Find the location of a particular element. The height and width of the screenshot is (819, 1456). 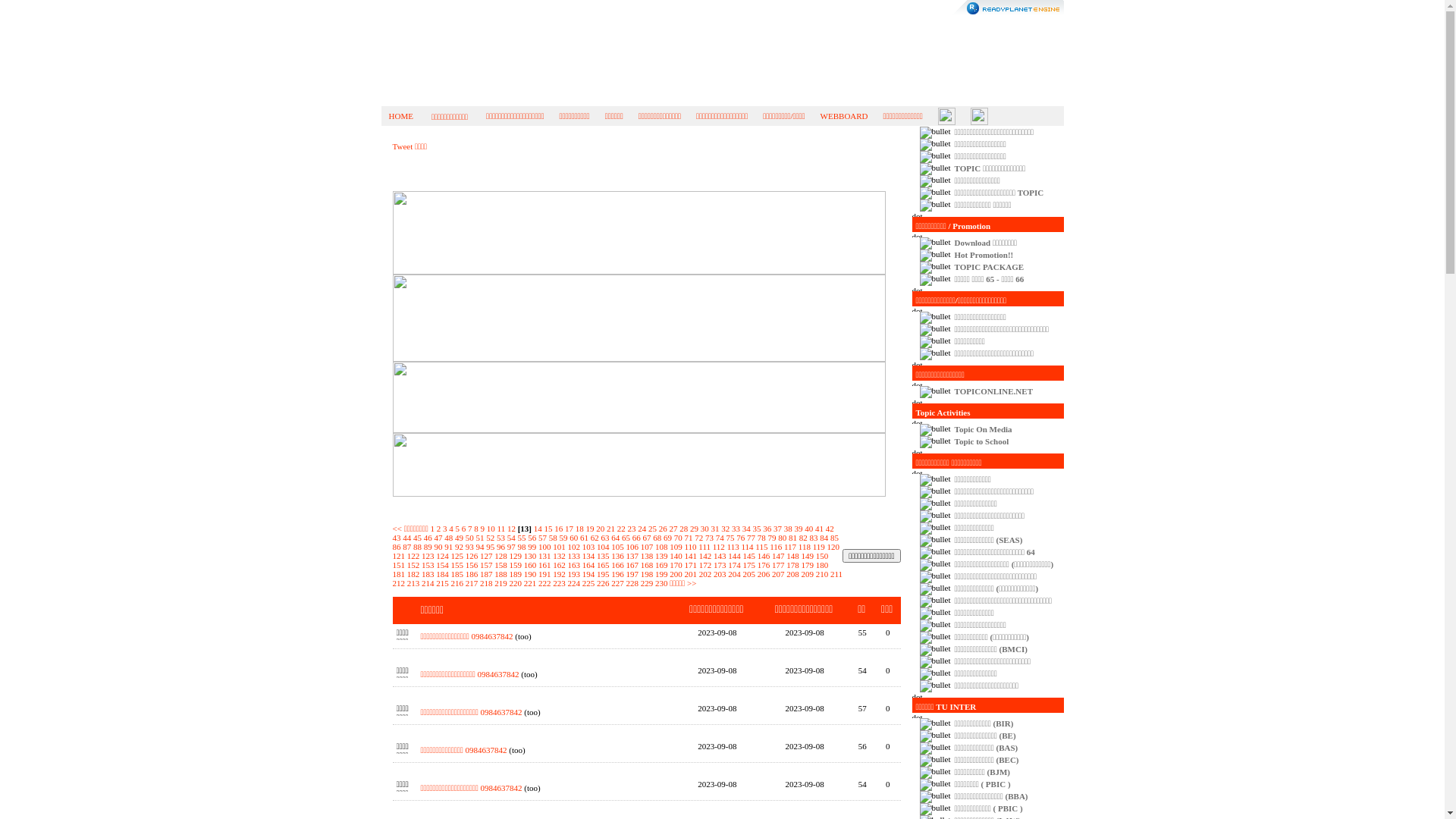

'Topic to School' is located at coordinates (953, 441).